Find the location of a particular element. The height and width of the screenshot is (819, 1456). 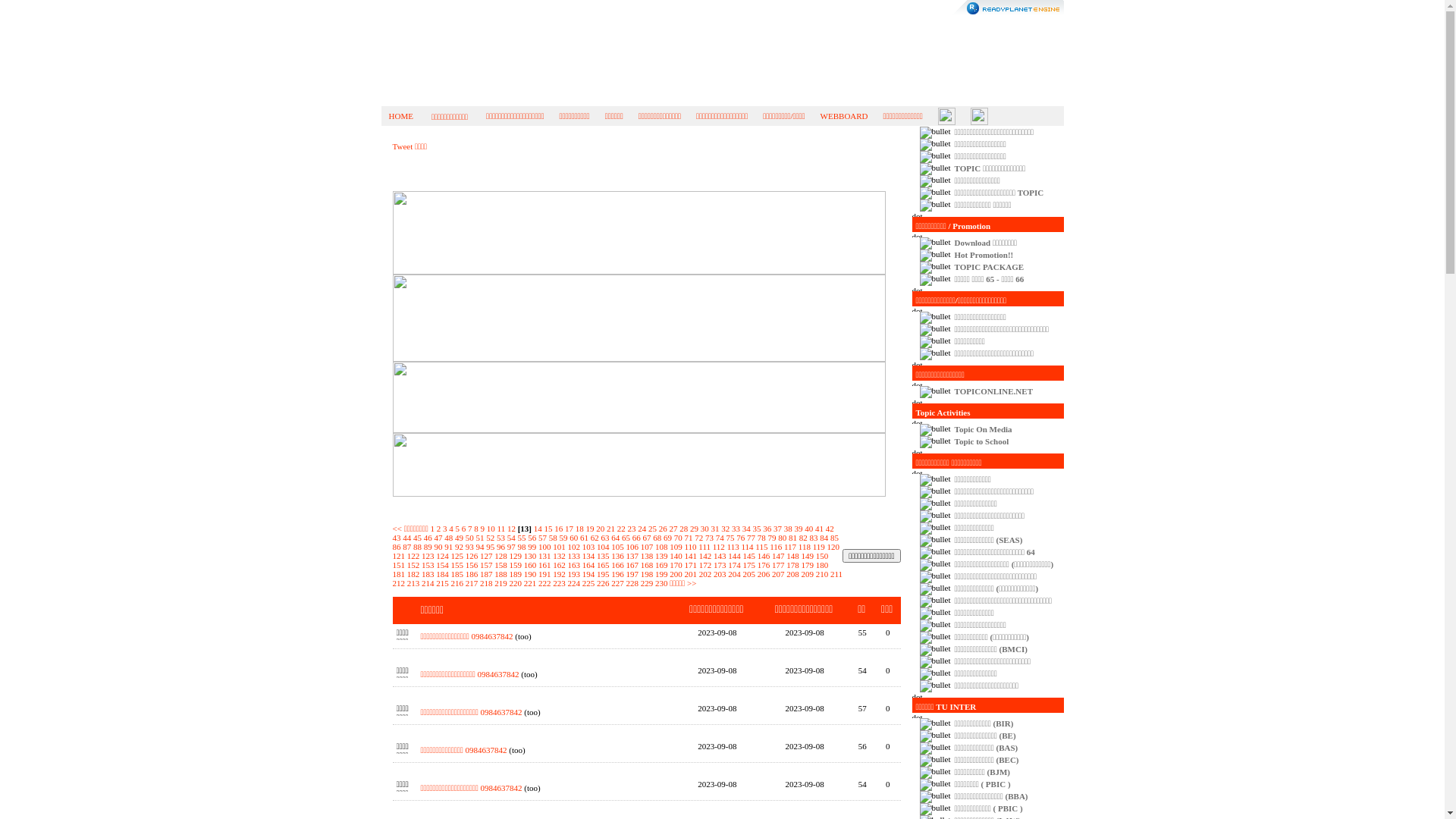

'Topic to School' is located at coordinates (953, 441).